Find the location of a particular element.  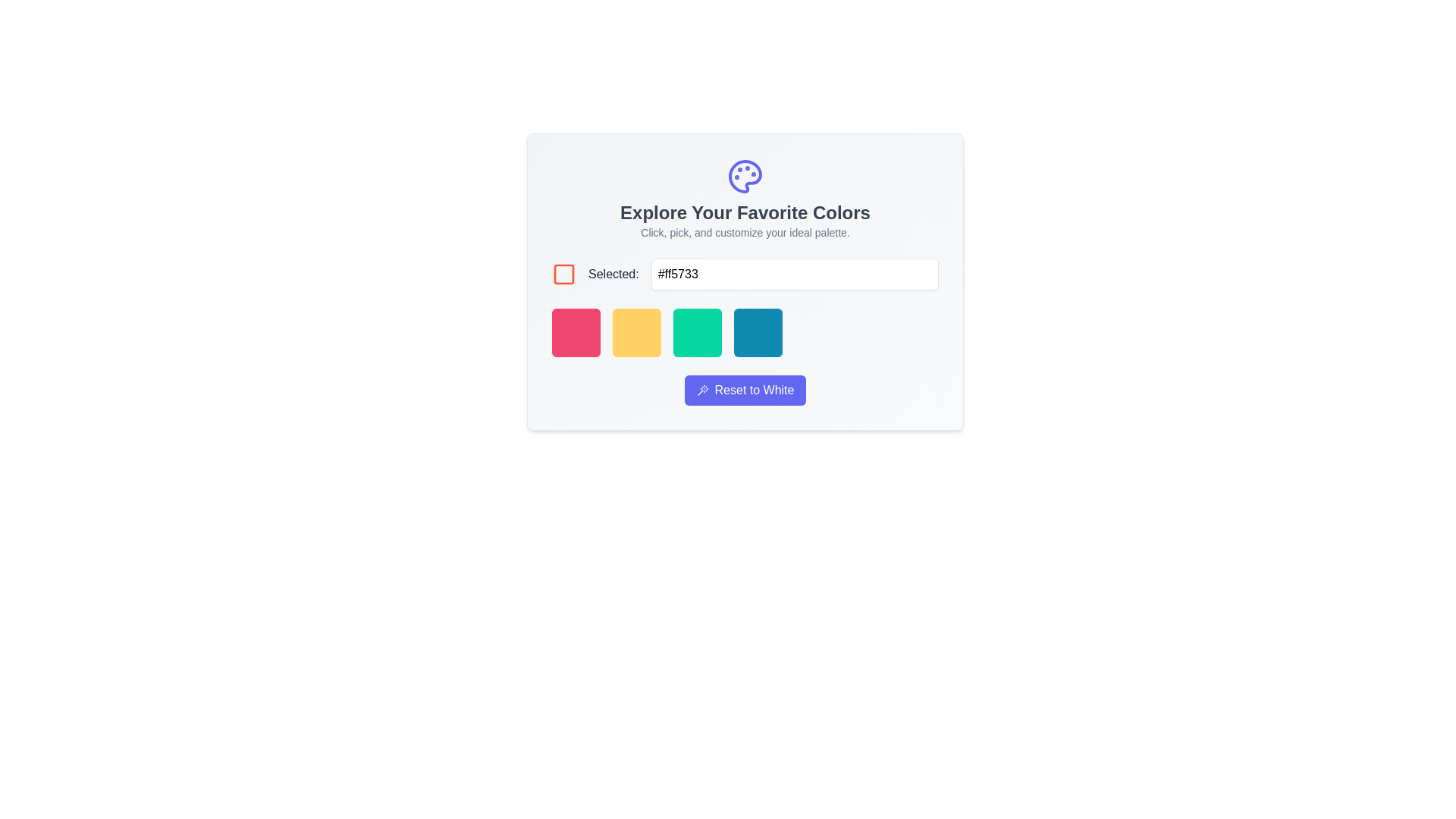

decorative icon associated with the 'Reset to White' button, which is positioned on the left side of the button and aligned centrally within its height is located at coordinates (701, 390).